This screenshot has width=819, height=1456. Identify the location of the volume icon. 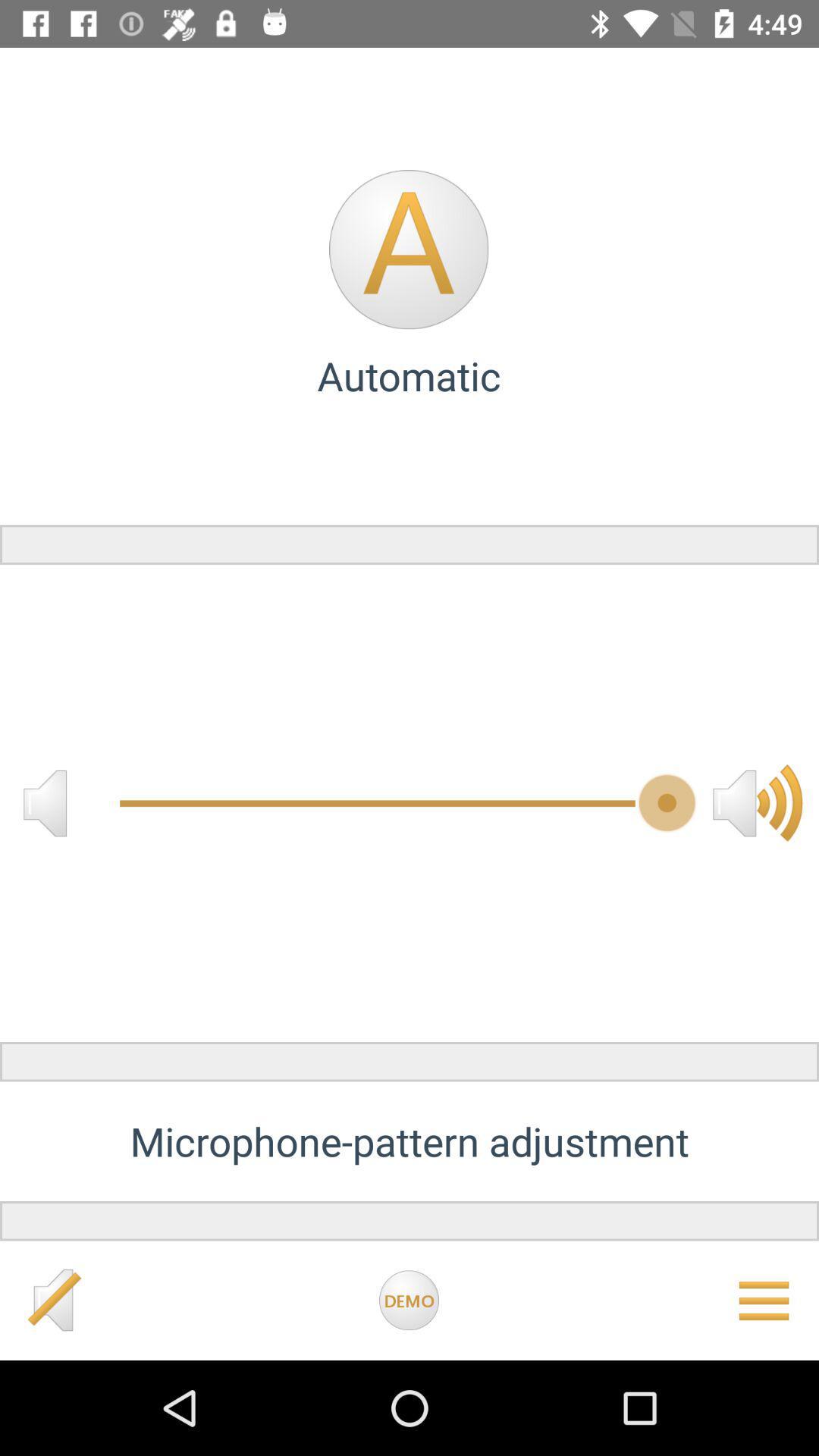
(44, 802).